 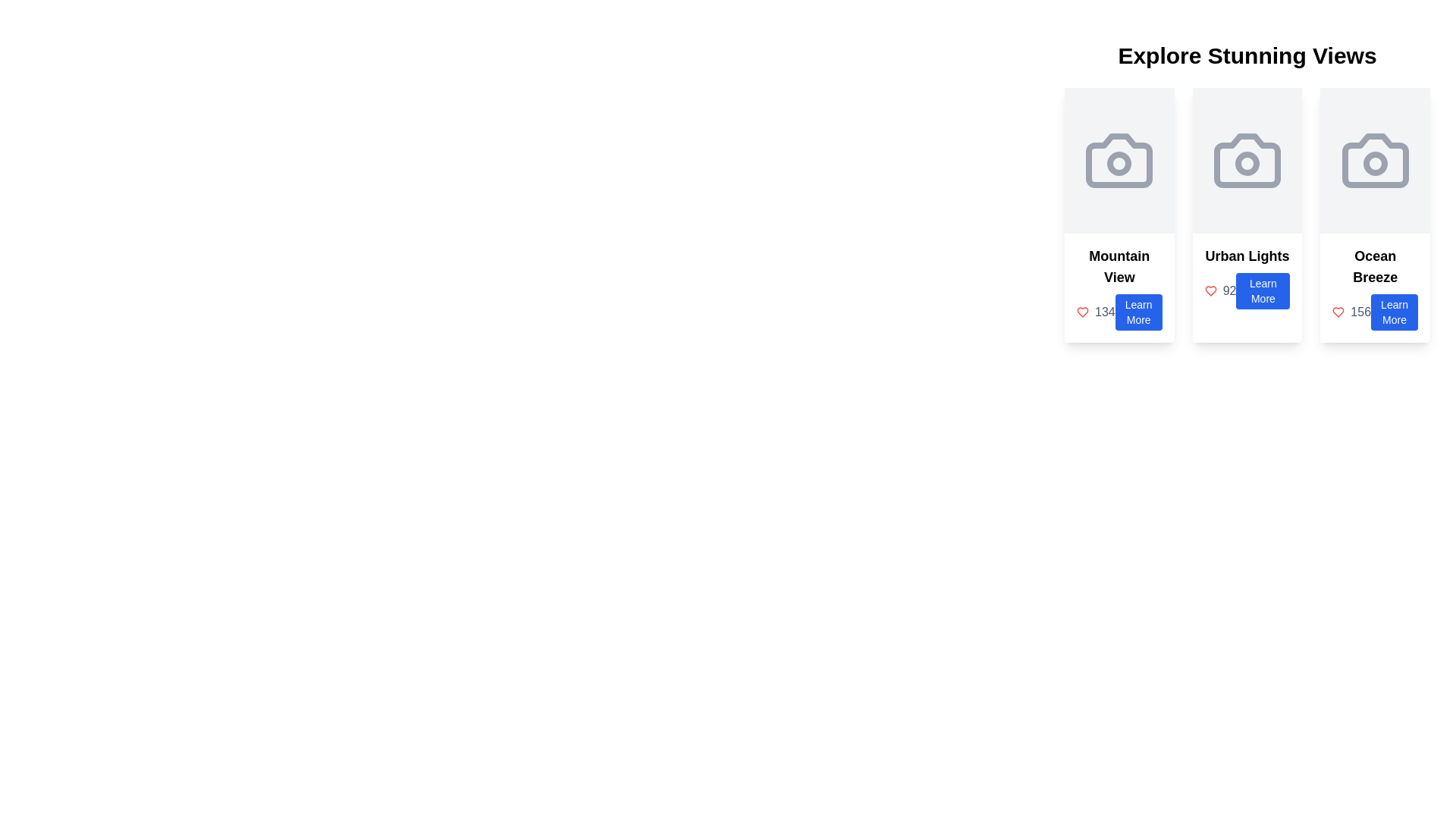 What do you see at coordinates (1247, 278) in the screenshot?
I see `the 'Learn More' button with a blue background and white text, located under 'Urban Lights' in the middle card of a horizontally aligned list of cards` at bounding box center [1247, 278].